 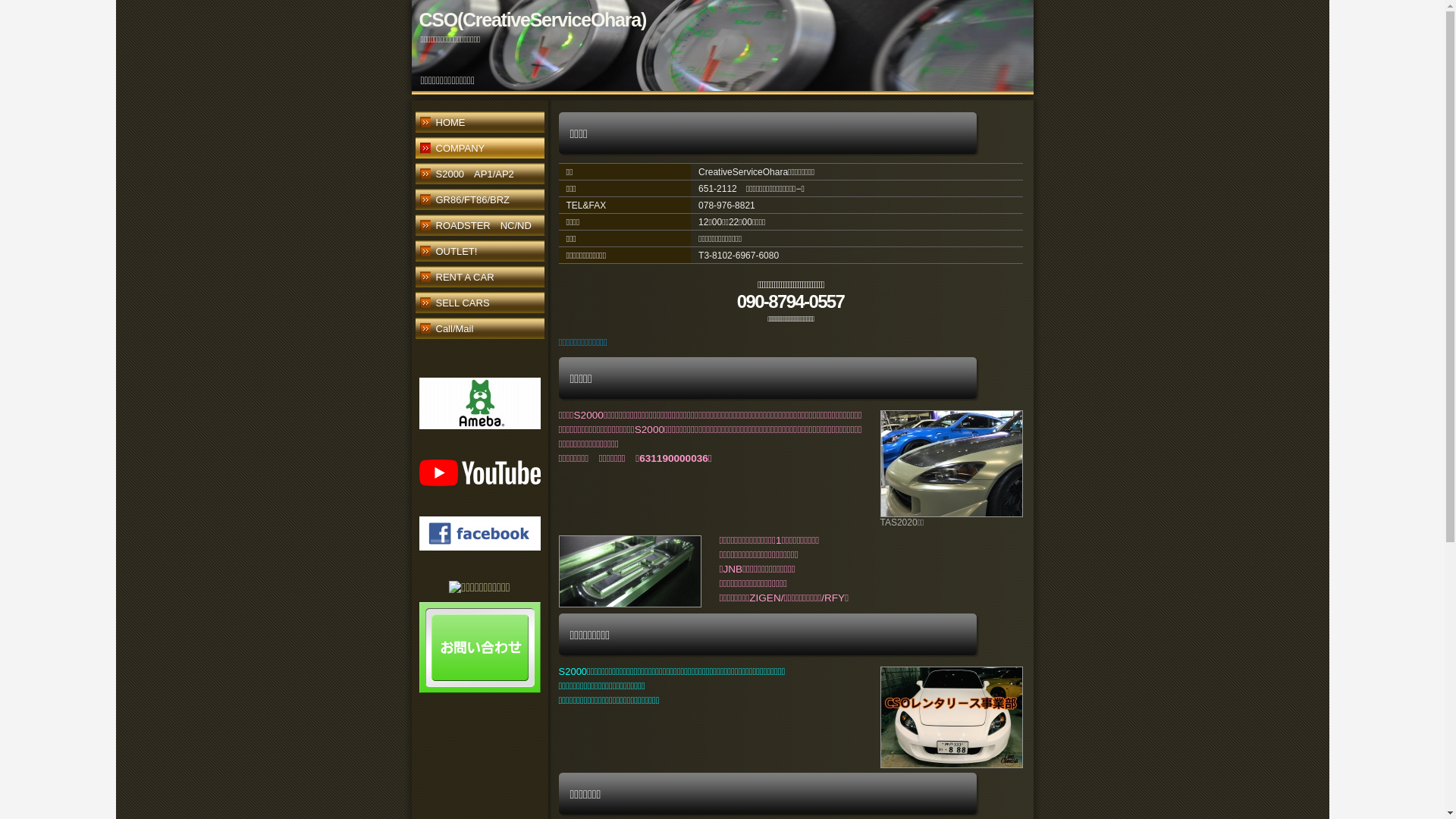 I want to click on 'GR86/FT86/BRZ', so click(x=479, y=201).